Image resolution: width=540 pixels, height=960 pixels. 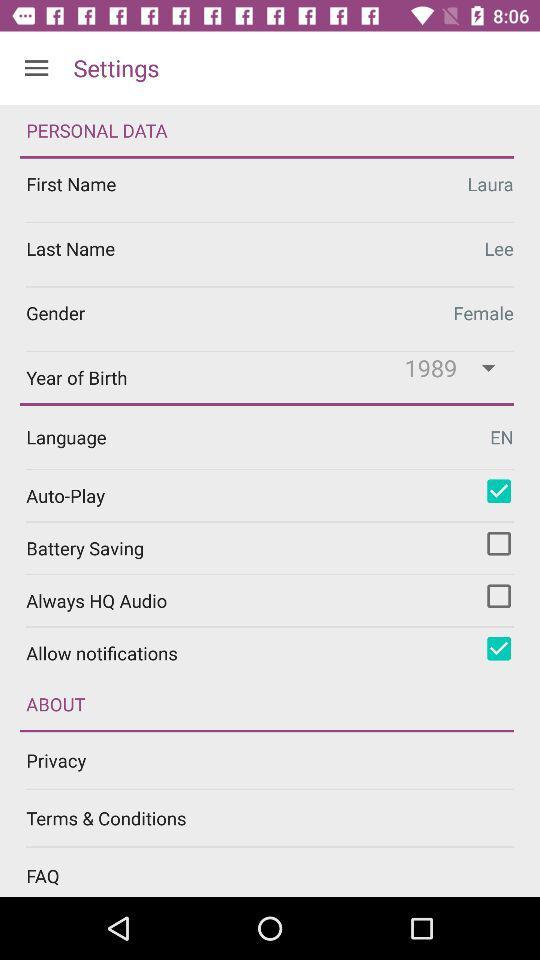 I want to click on last name, so click(x=270, y=253).